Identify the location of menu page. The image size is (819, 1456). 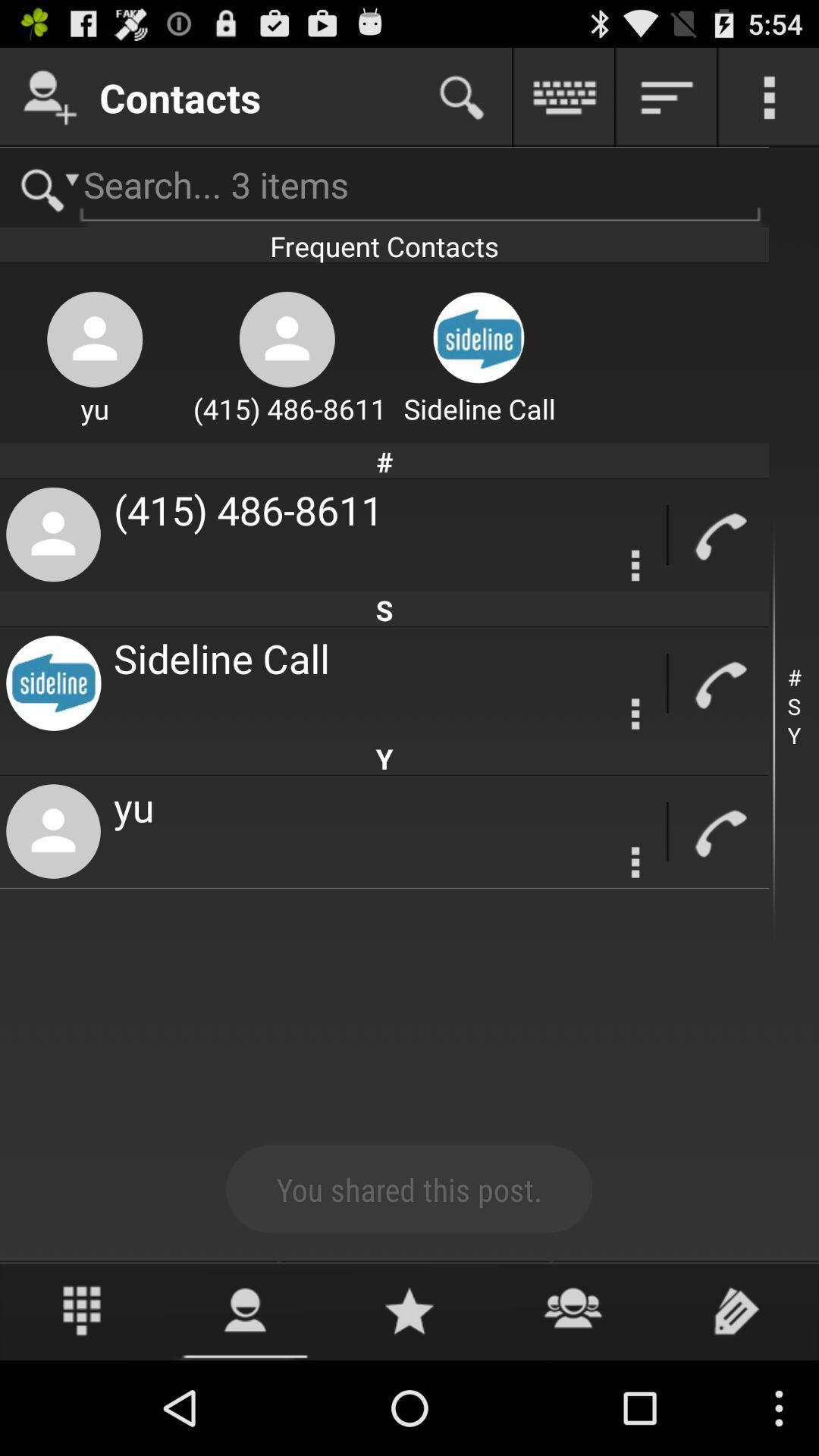
(769, 96).